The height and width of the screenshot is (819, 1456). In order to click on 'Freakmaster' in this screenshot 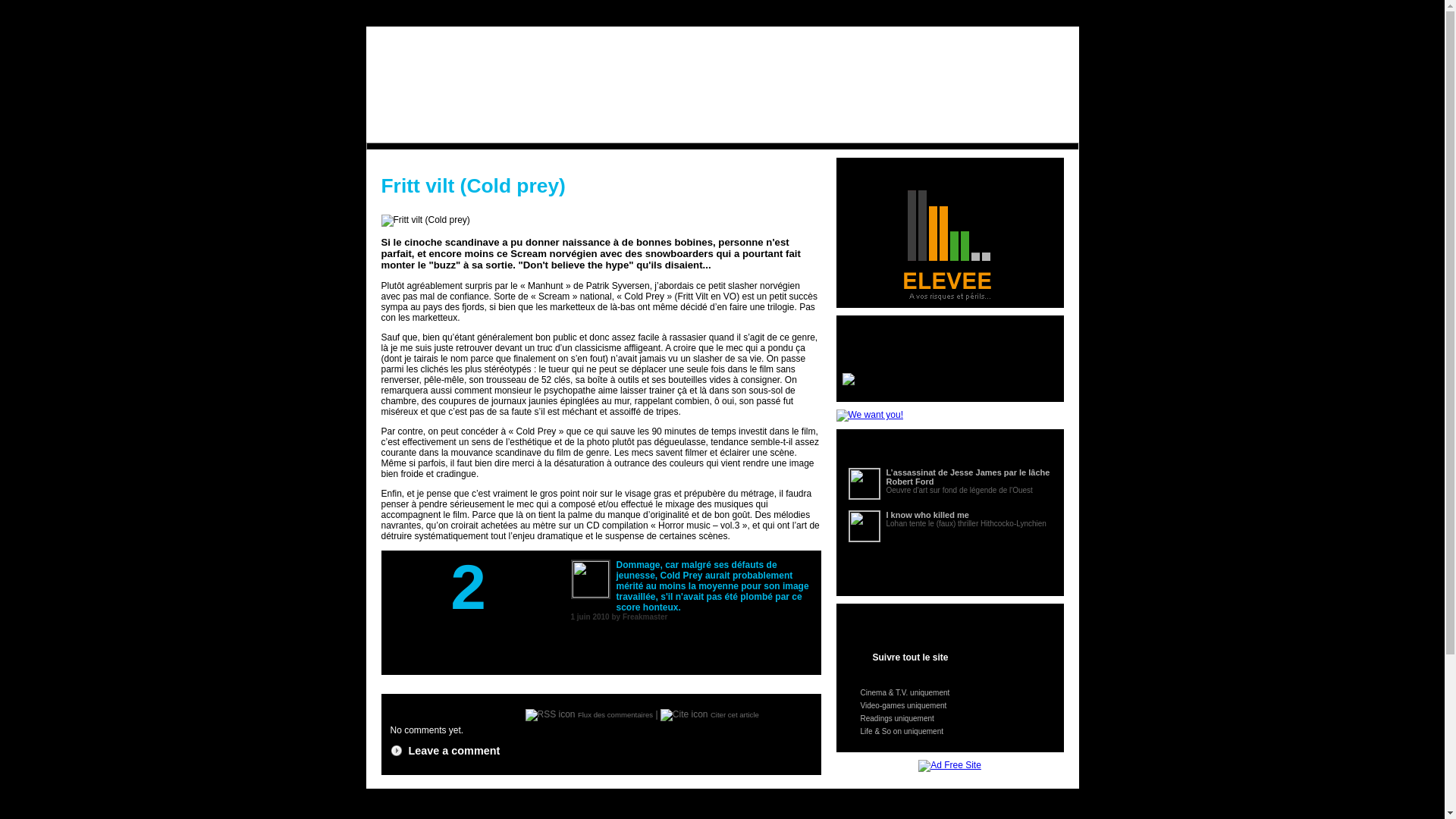, I will do `click(645, 617)`.